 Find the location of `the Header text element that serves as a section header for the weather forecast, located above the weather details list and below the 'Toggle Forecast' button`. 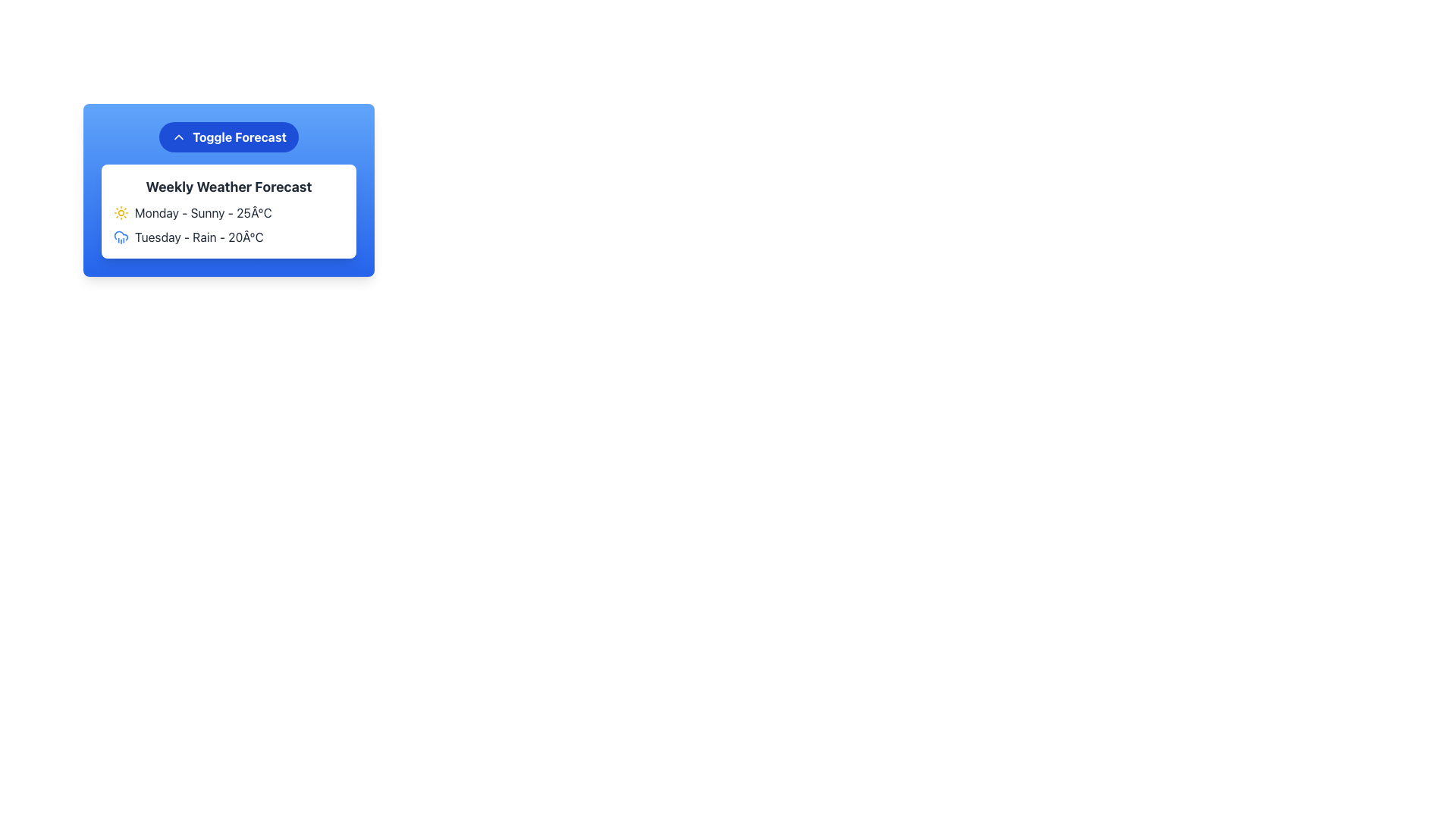

the Header text element that serves as a section header for the weather forecast, located above the weather details list and below the 'Toggle Forecast' button is located at coordinates (228, 186).